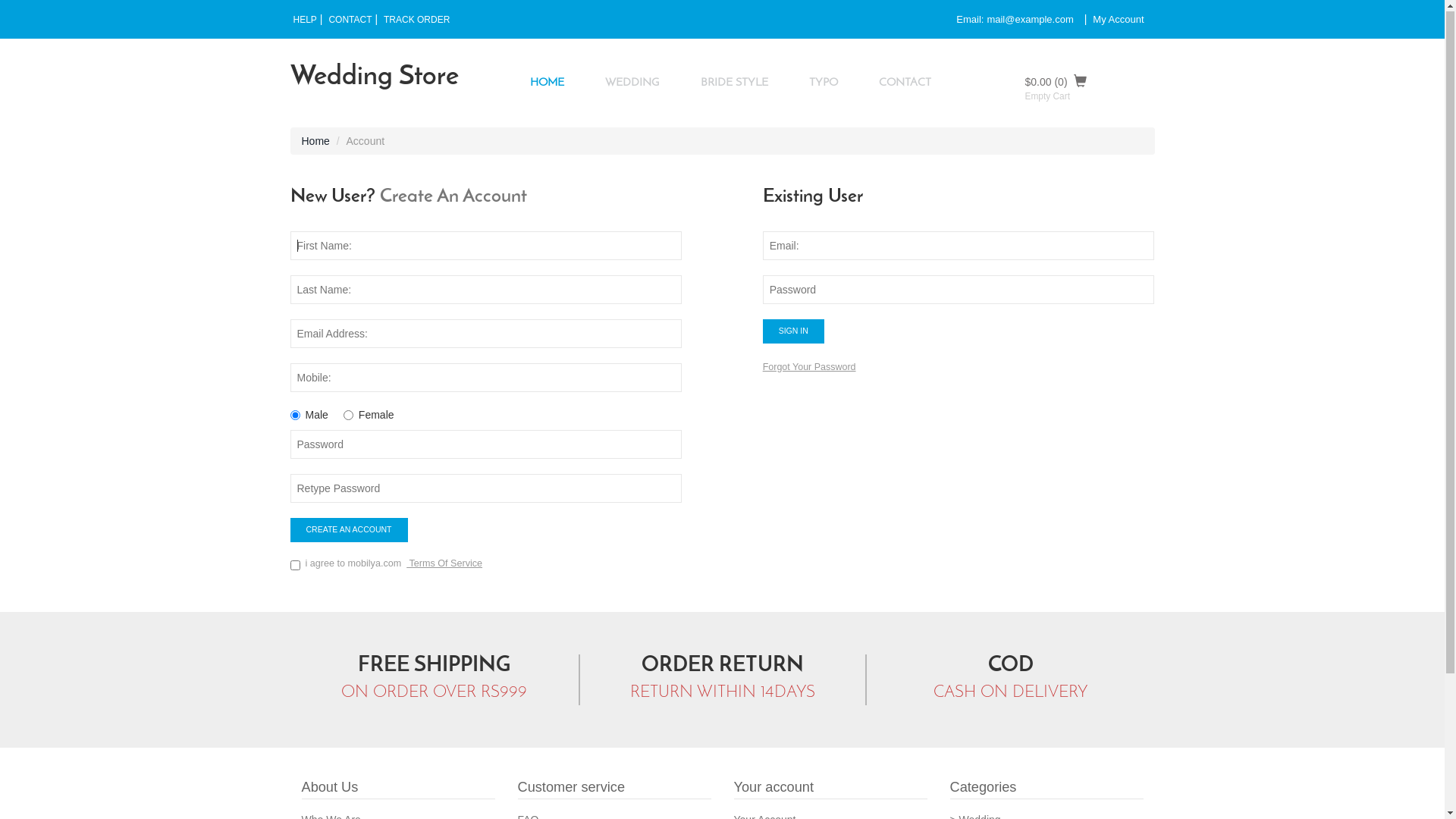 This screenshot has width=1456, height=819. What do you see at coordinates (789, 83) in the screenshot?
I see `'TYPO'` at bounding box center [789, 83].